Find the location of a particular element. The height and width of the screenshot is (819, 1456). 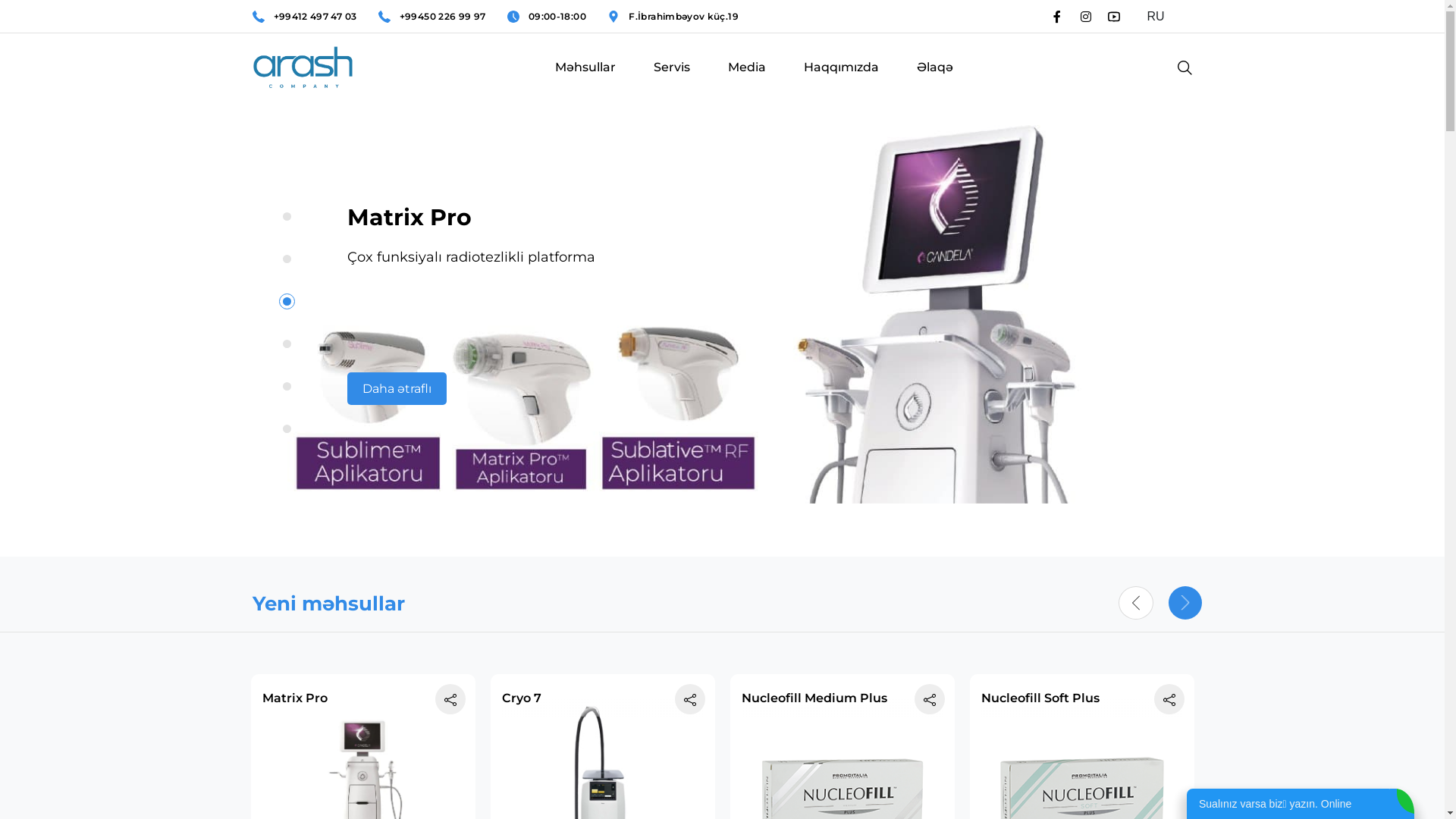

'RU' is located at coordinates (1163, 17).